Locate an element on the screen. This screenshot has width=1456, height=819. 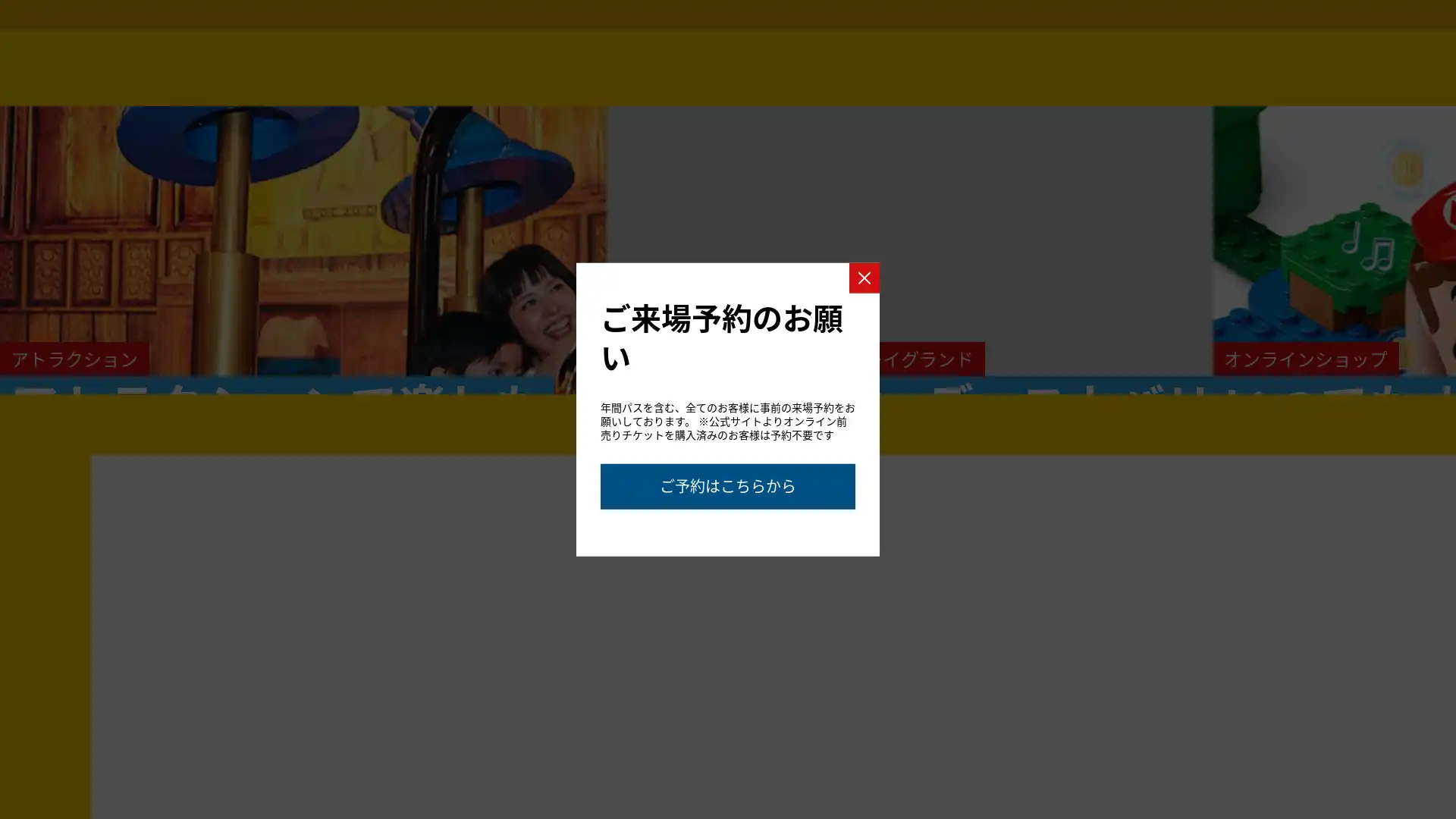
Go to slide 2 is located at coordinates (728, 587).